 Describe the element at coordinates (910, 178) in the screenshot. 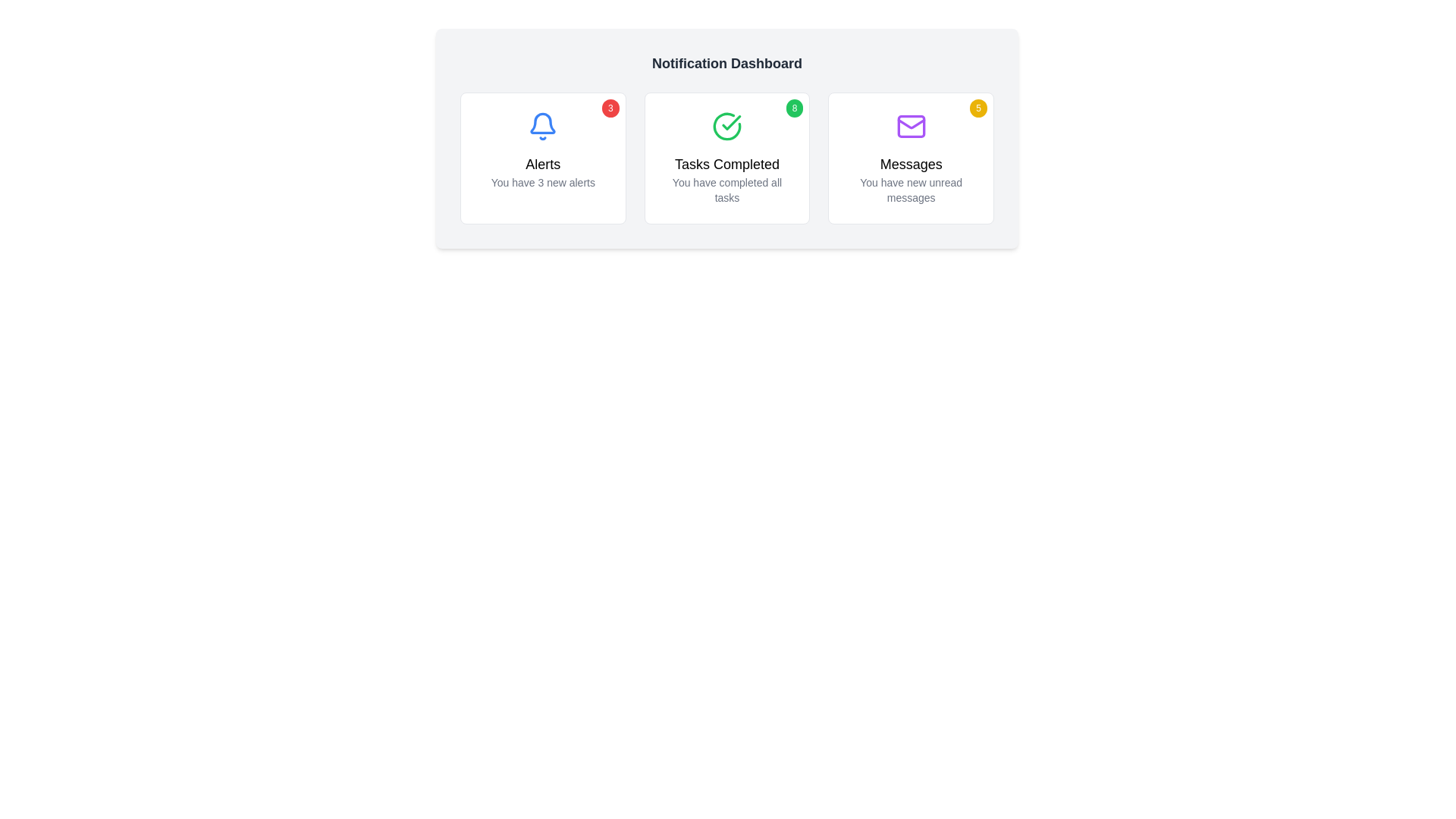

I see `the text display area that shows 'Messages' and 'You have new unread messages', located in the rightmost card of three horizontally aligned cards` at that location.